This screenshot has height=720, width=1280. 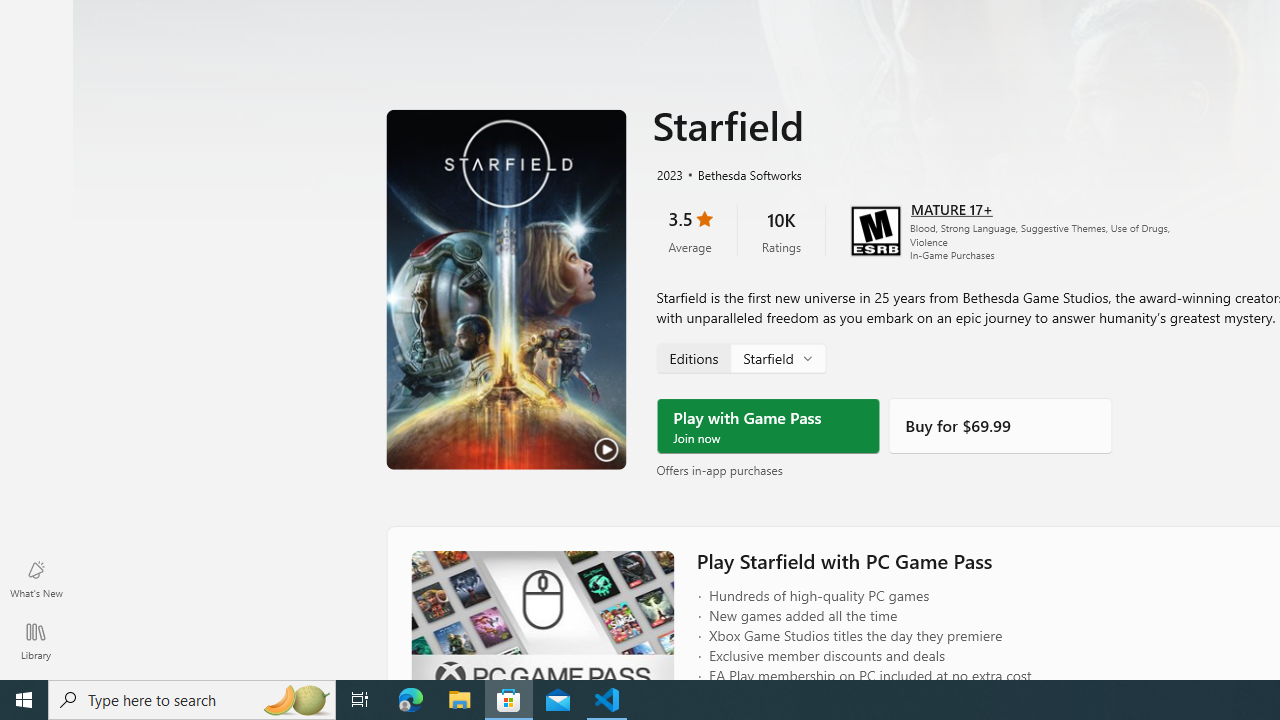 I want to click on 'Bethesda Softworks', so click(x=740, y=172).